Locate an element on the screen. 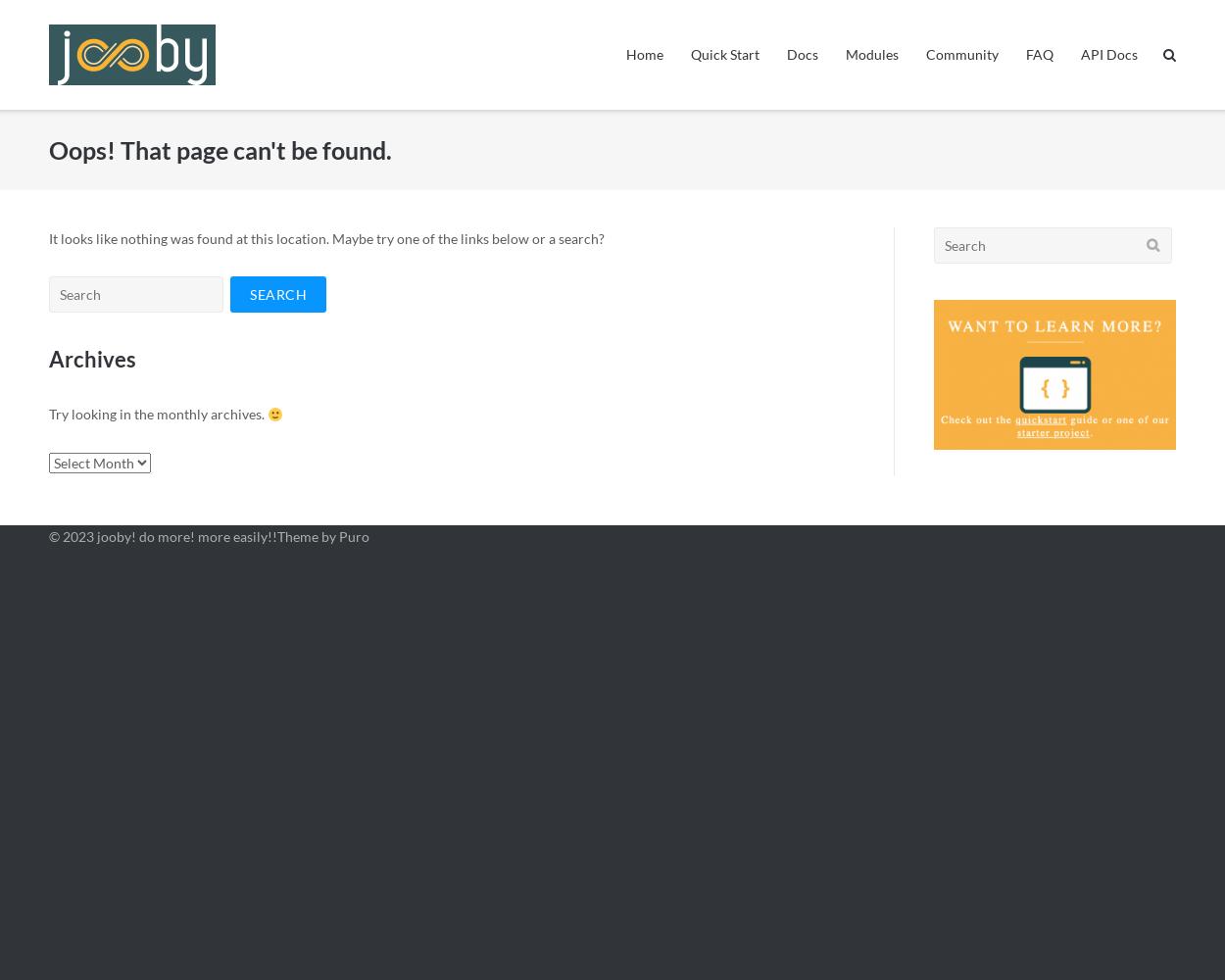 The width and height of the screenshot is (1225, 980). 'Oops! That page can't be found.' is located at coordinates (219, 149).